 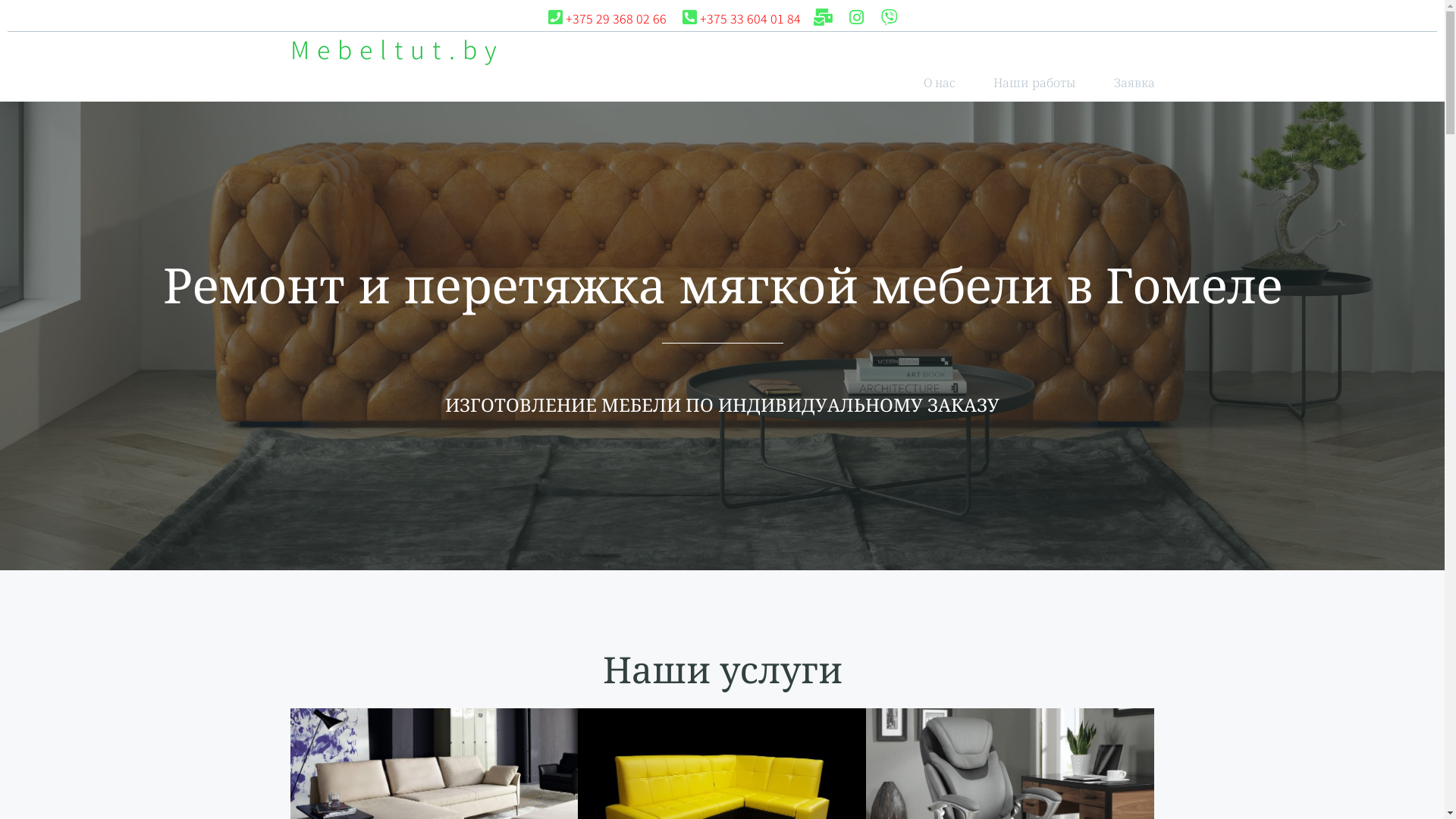 I want to click on '+375 29 368 02 66', so click(x=605, y=18).